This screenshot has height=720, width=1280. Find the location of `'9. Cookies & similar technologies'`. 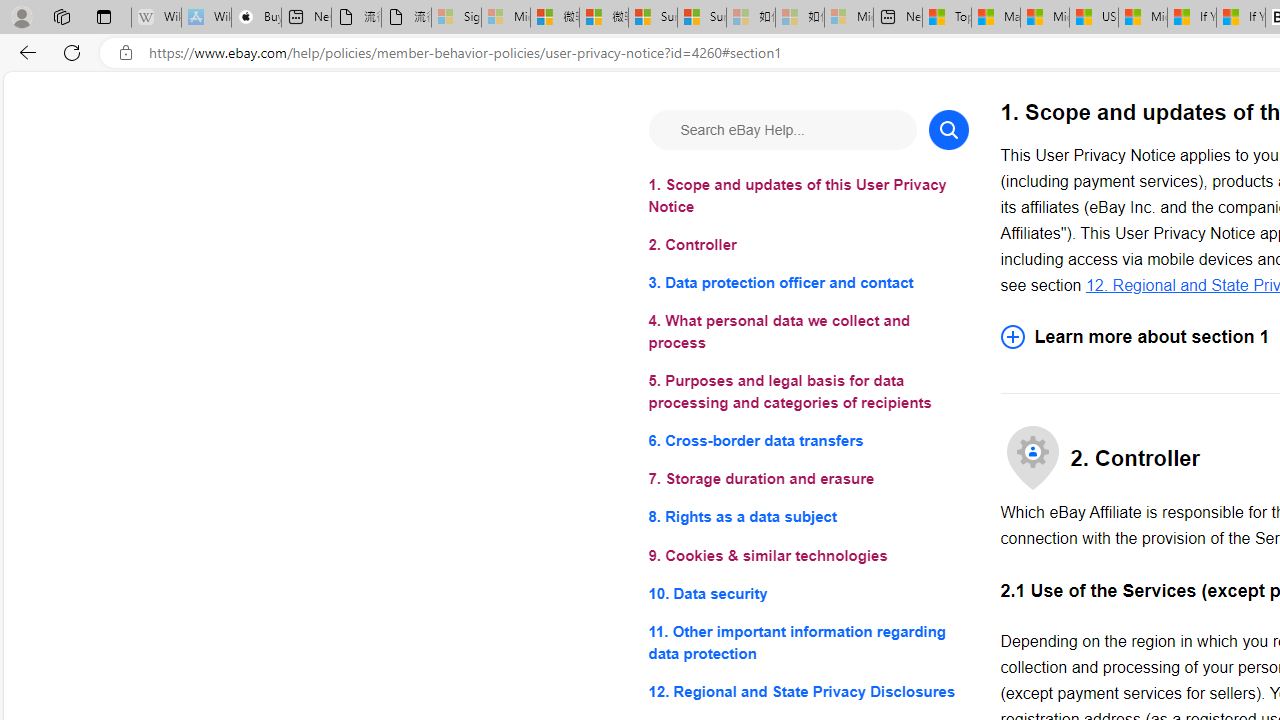

'9. Cookies & similar technologies' is located at coordinates (808, 555).